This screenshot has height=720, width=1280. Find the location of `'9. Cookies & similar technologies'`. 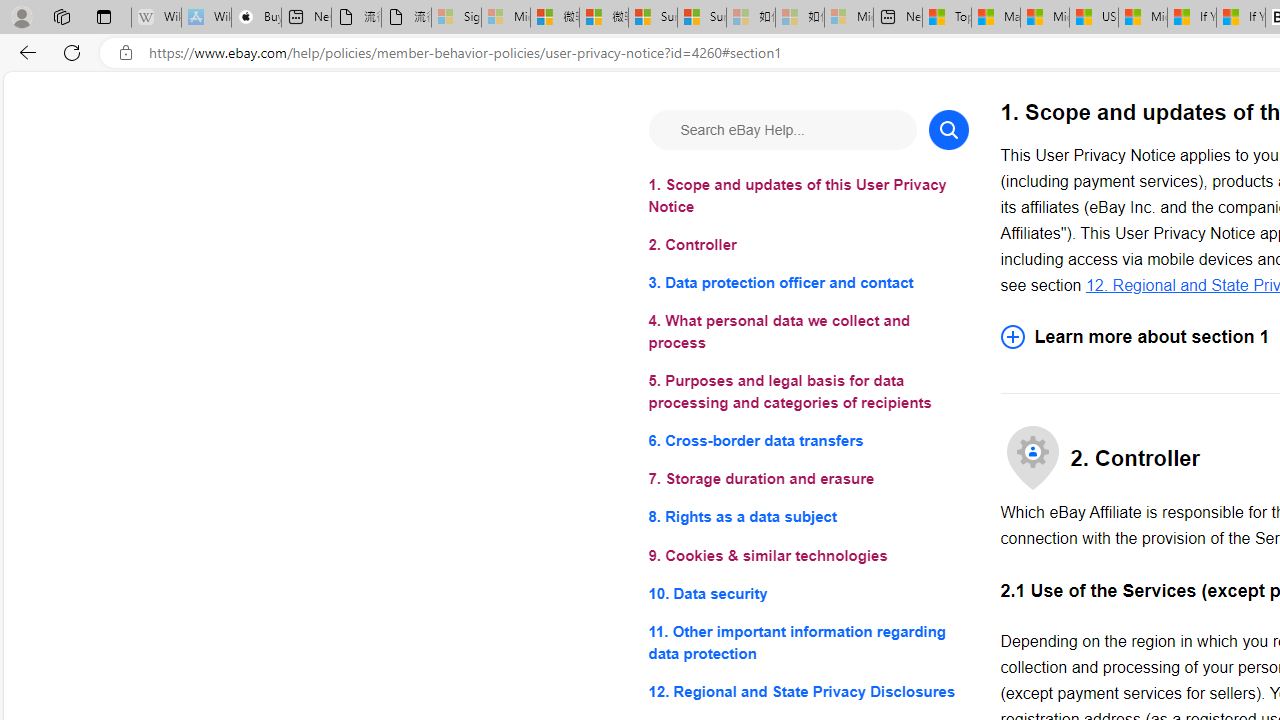

'9. Cookies & similar technologies' is located at coordinates (808, 555).